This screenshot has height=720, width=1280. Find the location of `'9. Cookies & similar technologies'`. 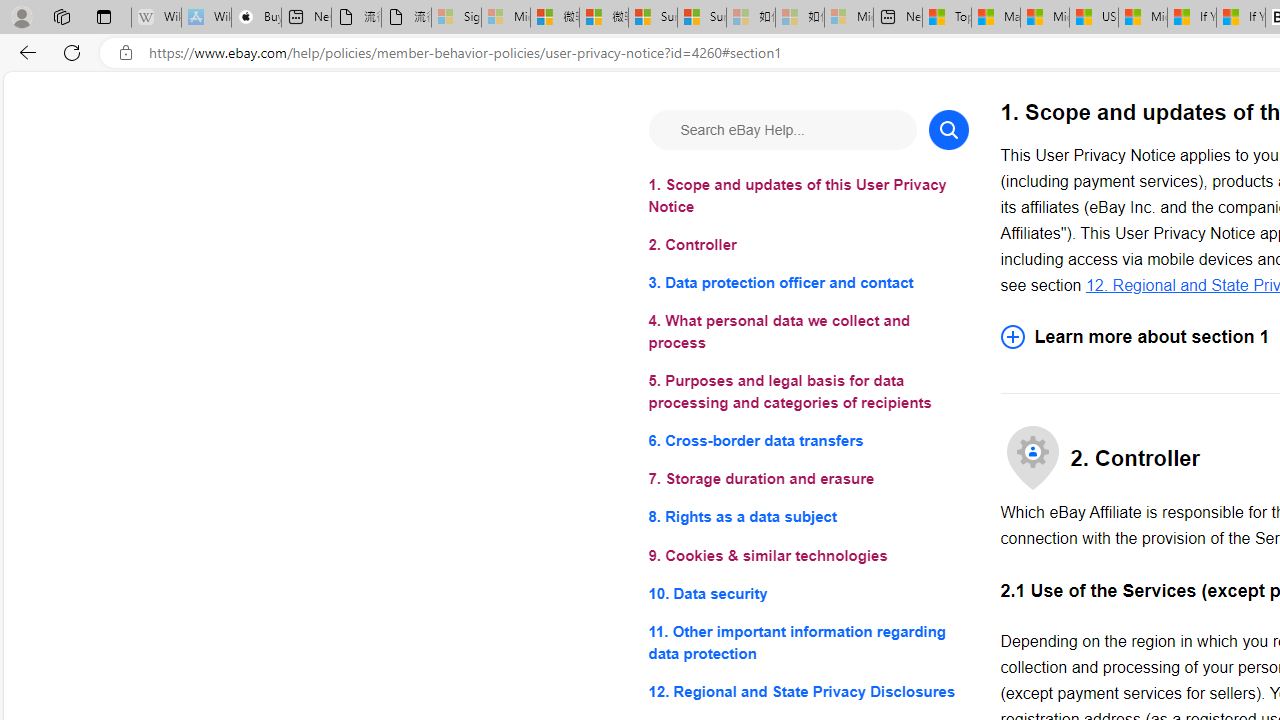

'9. Cookies & similar technologies' is located at coordinates (808, 555).